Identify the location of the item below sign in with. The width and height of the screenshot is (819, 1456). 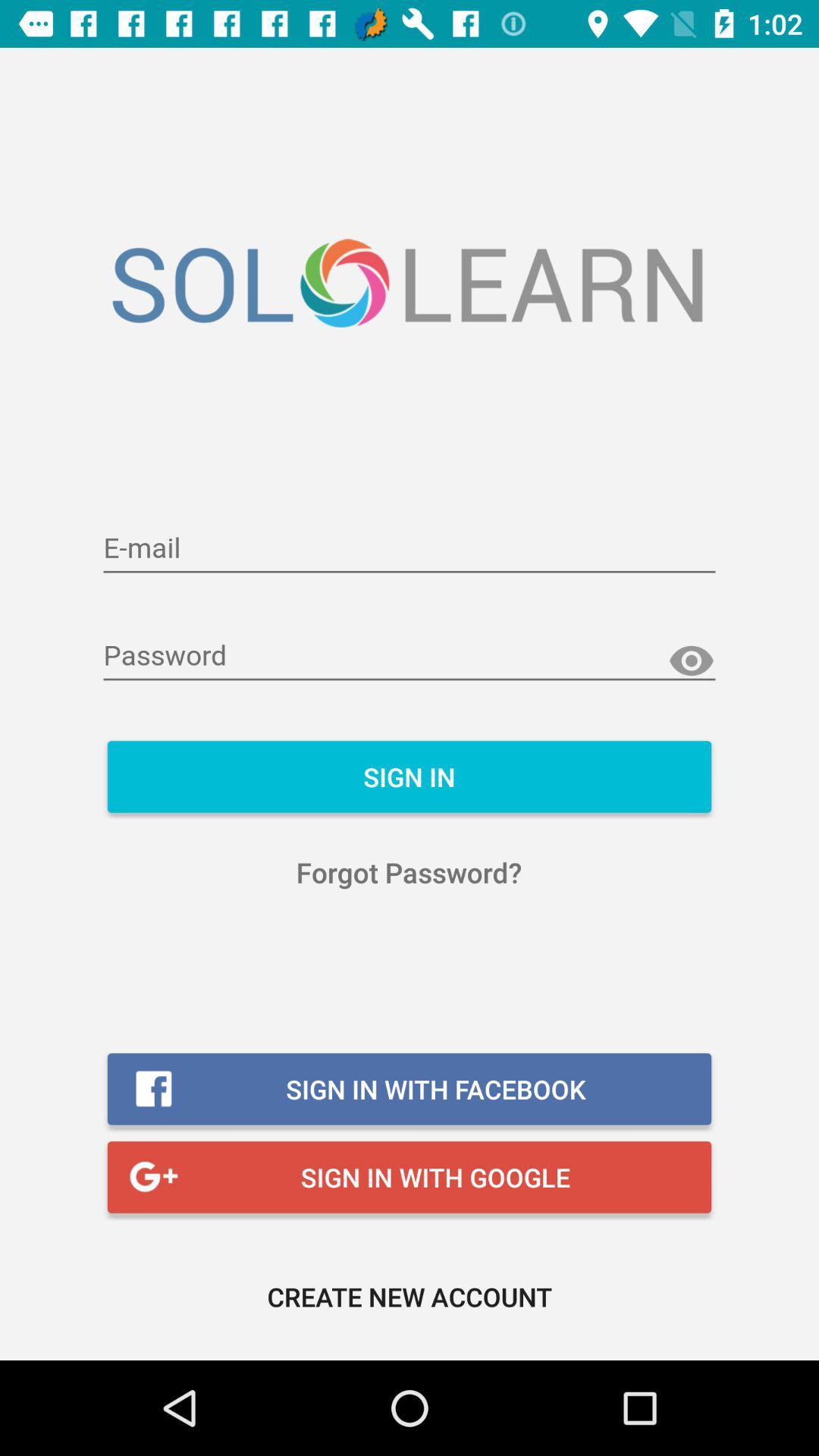
(409, 1295).